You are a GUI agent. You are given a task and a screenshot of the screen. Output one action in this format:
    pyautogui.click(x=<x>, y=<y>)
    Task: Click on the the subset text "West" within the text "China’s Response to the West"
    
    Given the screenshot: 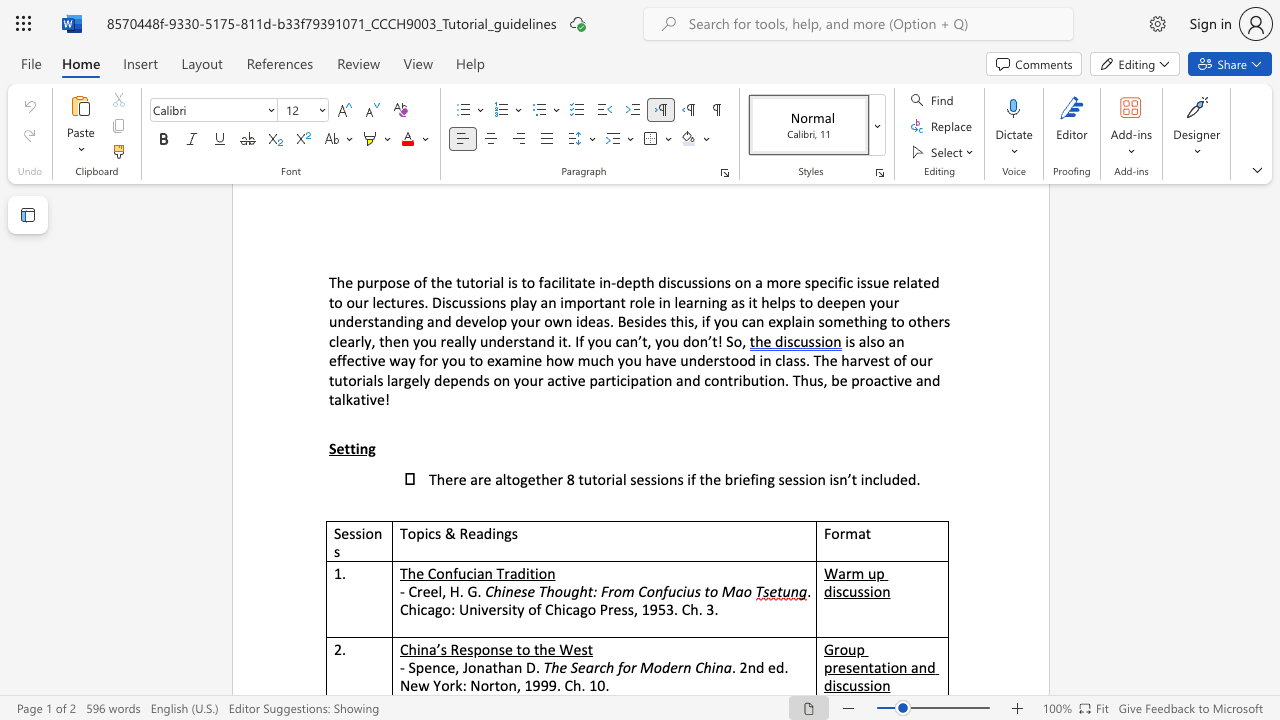 What is the action you would take?
    pyautogui.click(x=559, y=649)
    